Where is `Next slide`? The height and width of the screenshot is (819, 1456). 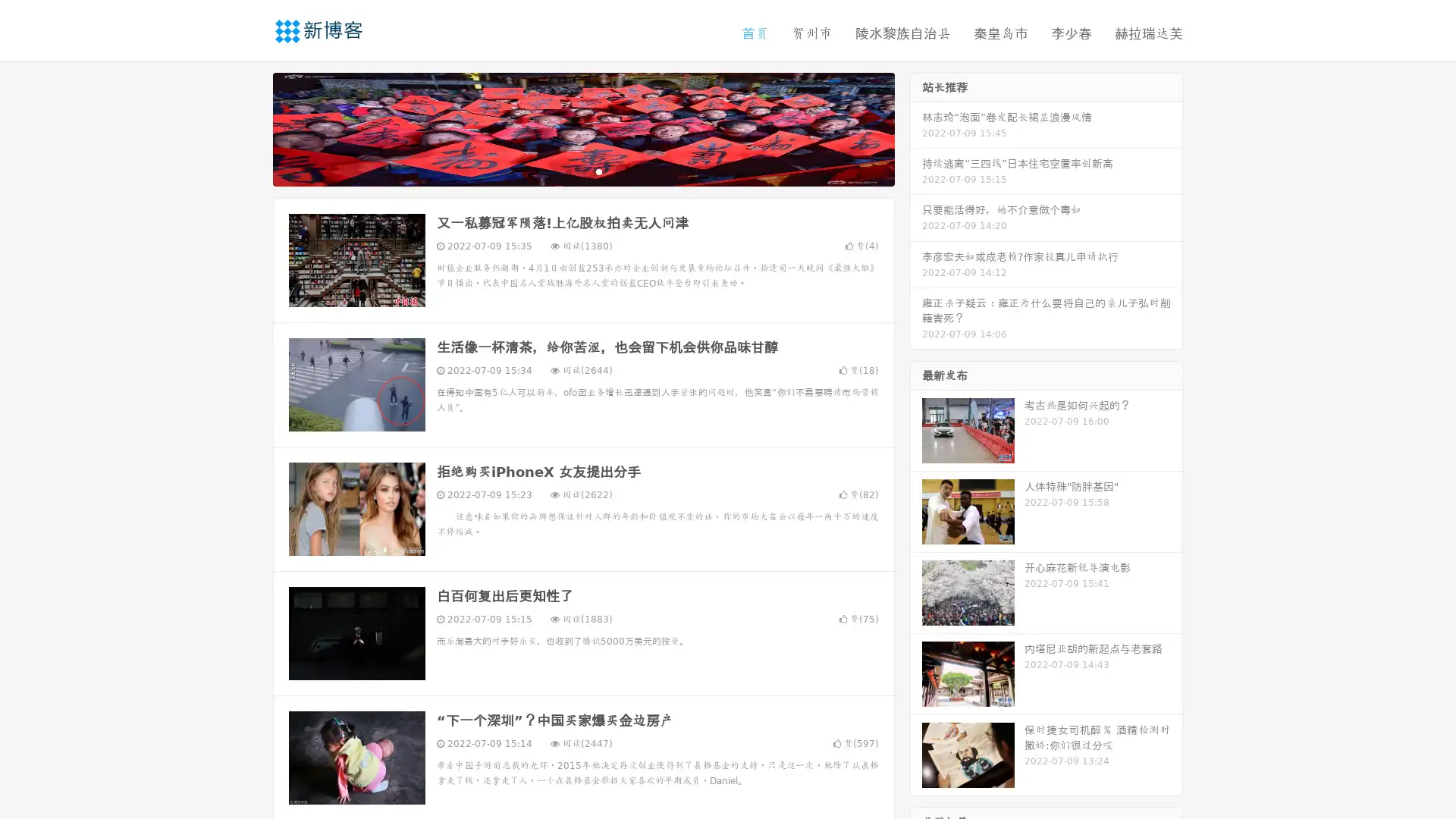 Next slide is located at coordinates (916, 127).